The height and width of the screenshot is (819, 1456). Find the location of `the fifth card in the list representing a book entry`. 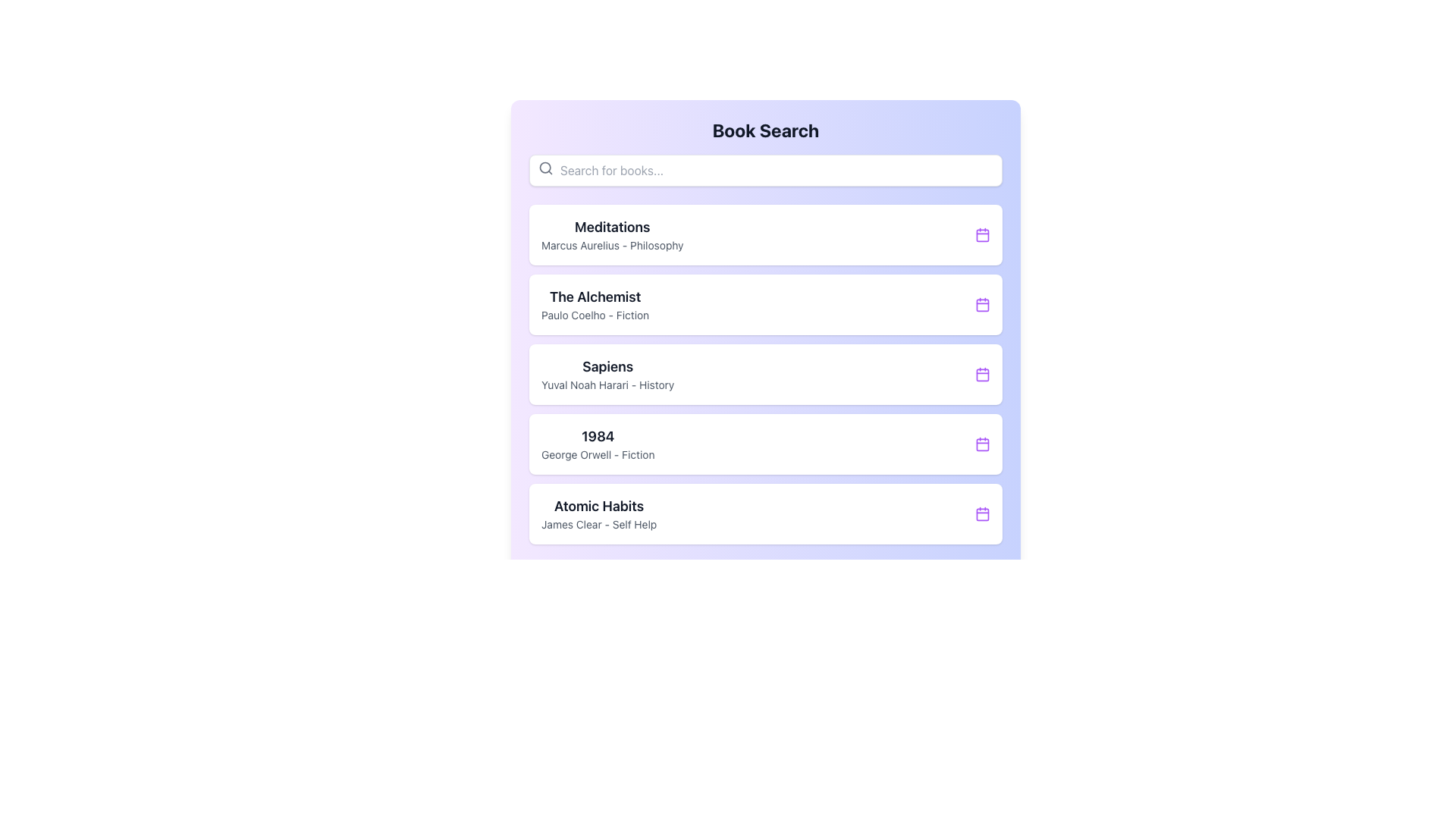

the fifth card in the list representing a book entry is located at coordinates (765, 513).